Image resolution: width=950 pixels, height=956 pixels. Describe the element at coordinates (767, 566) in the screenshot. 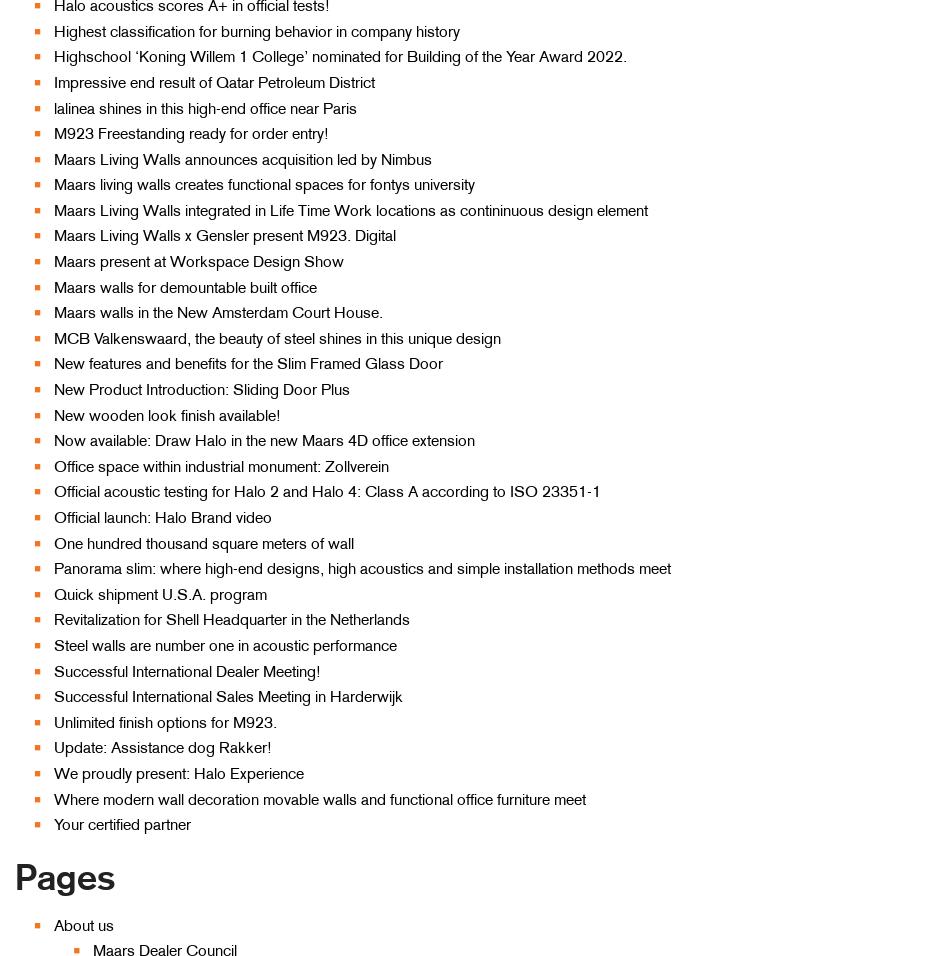

I see `'Newtonweg 1'` at that location.